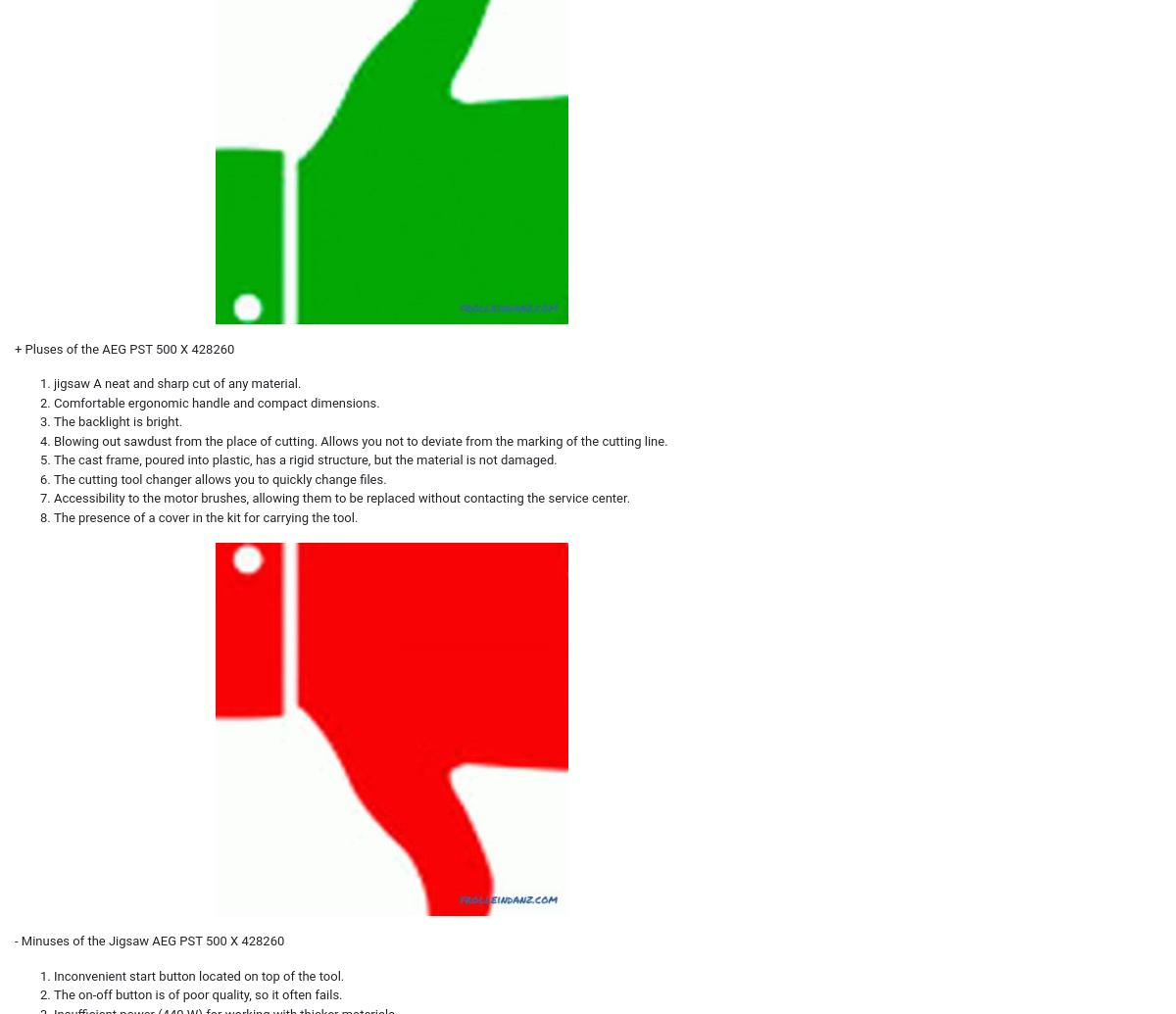 This screenshot has width=1176, height=1014. Describe the element at coordinates (219, 478) in the screenshot. I see `'The cutting tool changer allows you to quickly change files.'` at that location.